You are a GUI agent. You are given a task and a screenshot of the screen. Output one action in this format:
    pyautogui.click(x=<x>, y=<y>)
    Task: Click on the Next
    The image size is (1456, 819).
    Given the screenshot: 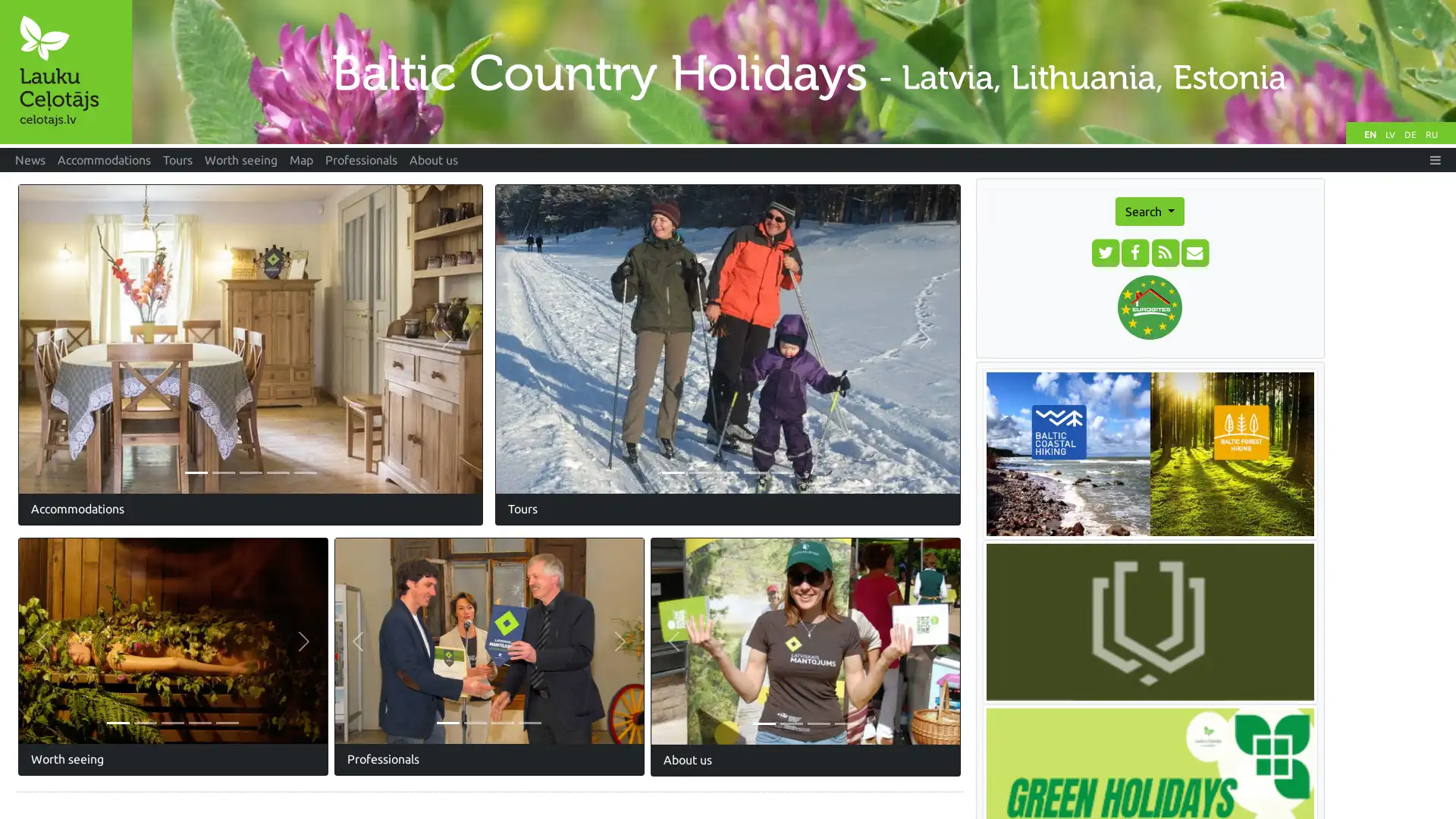 What is the action you would take?
    pyautogui.click(x=935, y=641)
    